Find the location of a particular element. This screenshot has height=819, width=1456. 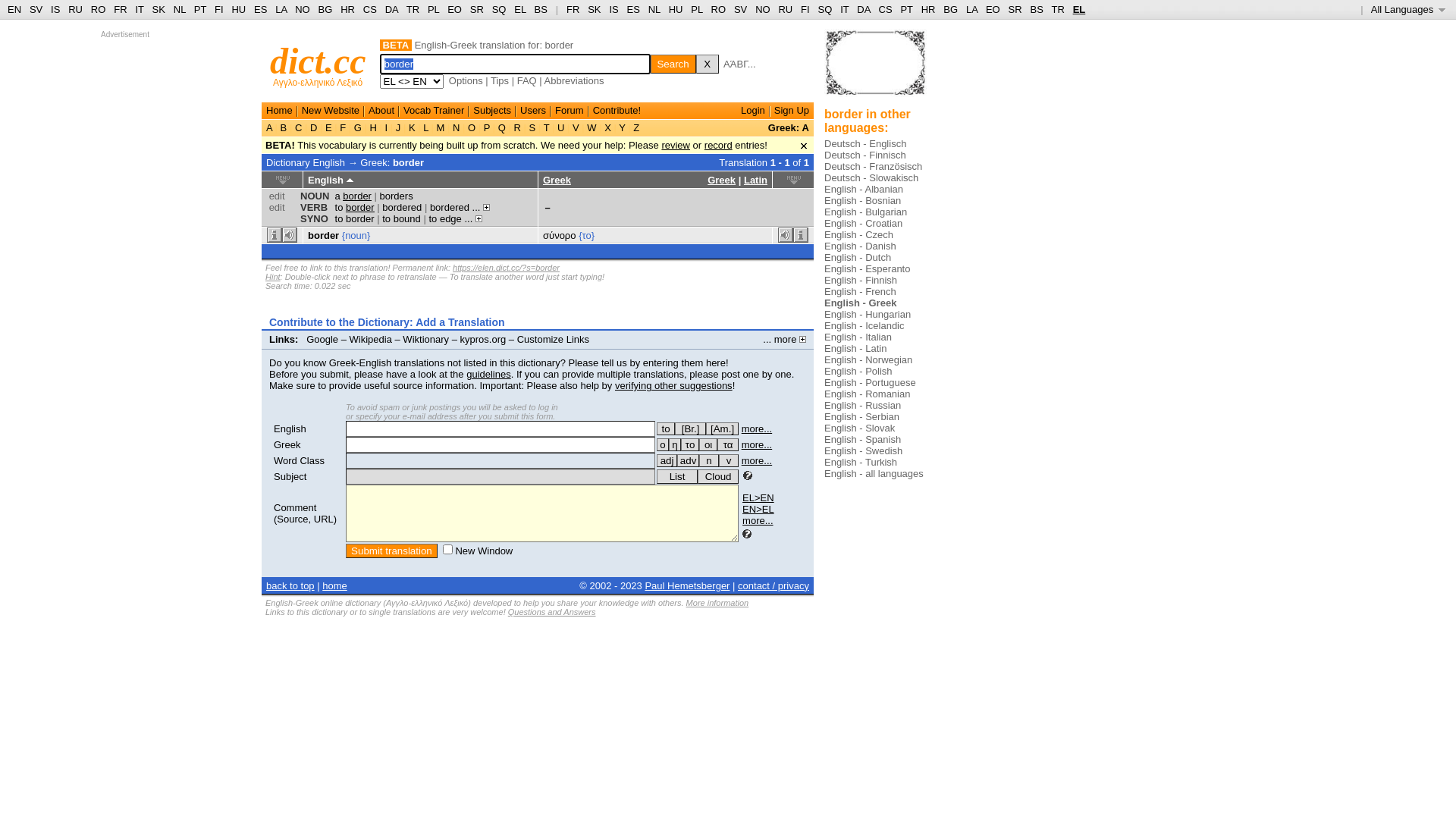

'U' is located at coordinates (560, 127).